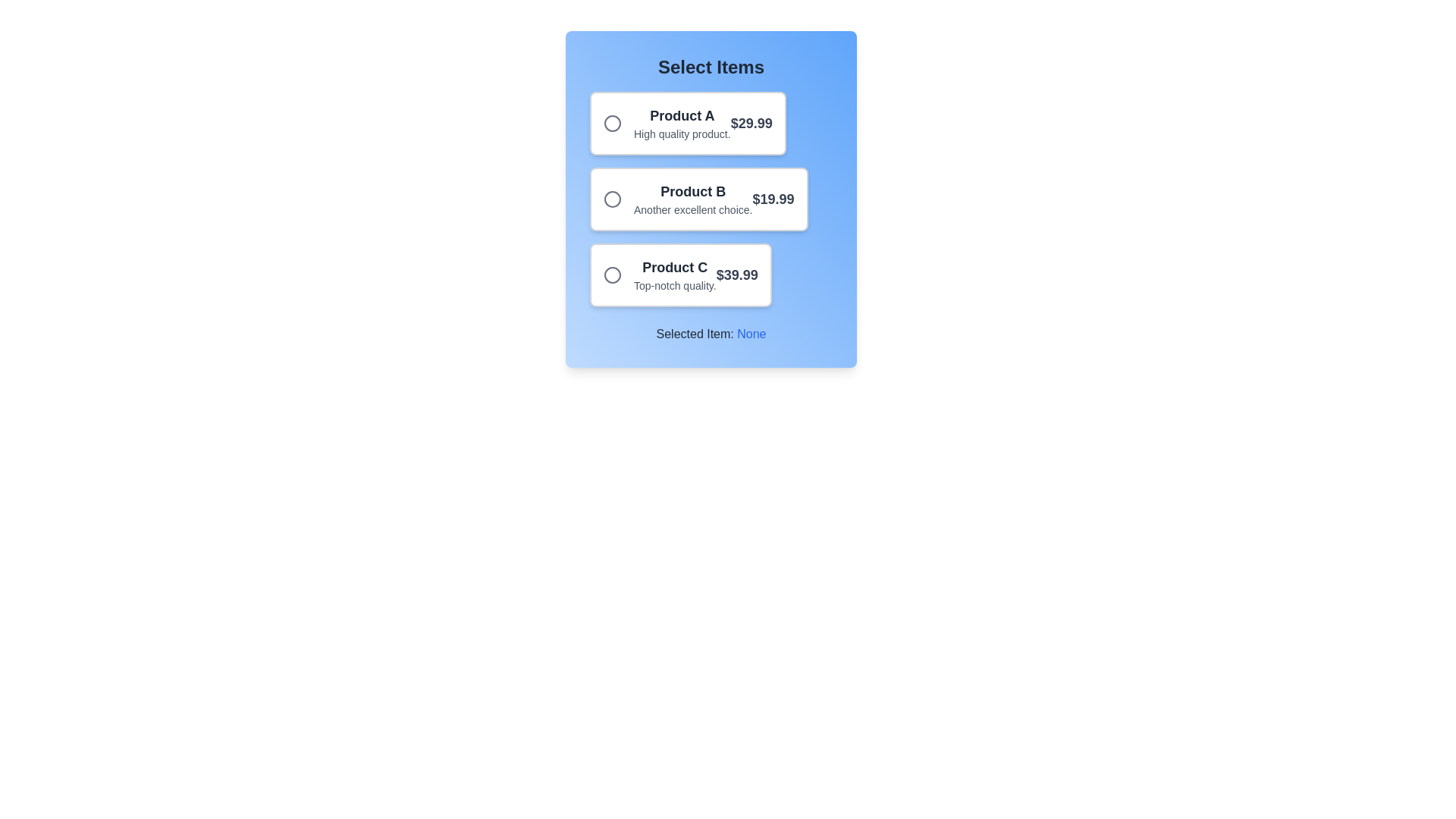 The image size is (1456, 819). I want to click on the radio button for 'Product B', so click(619, 198).